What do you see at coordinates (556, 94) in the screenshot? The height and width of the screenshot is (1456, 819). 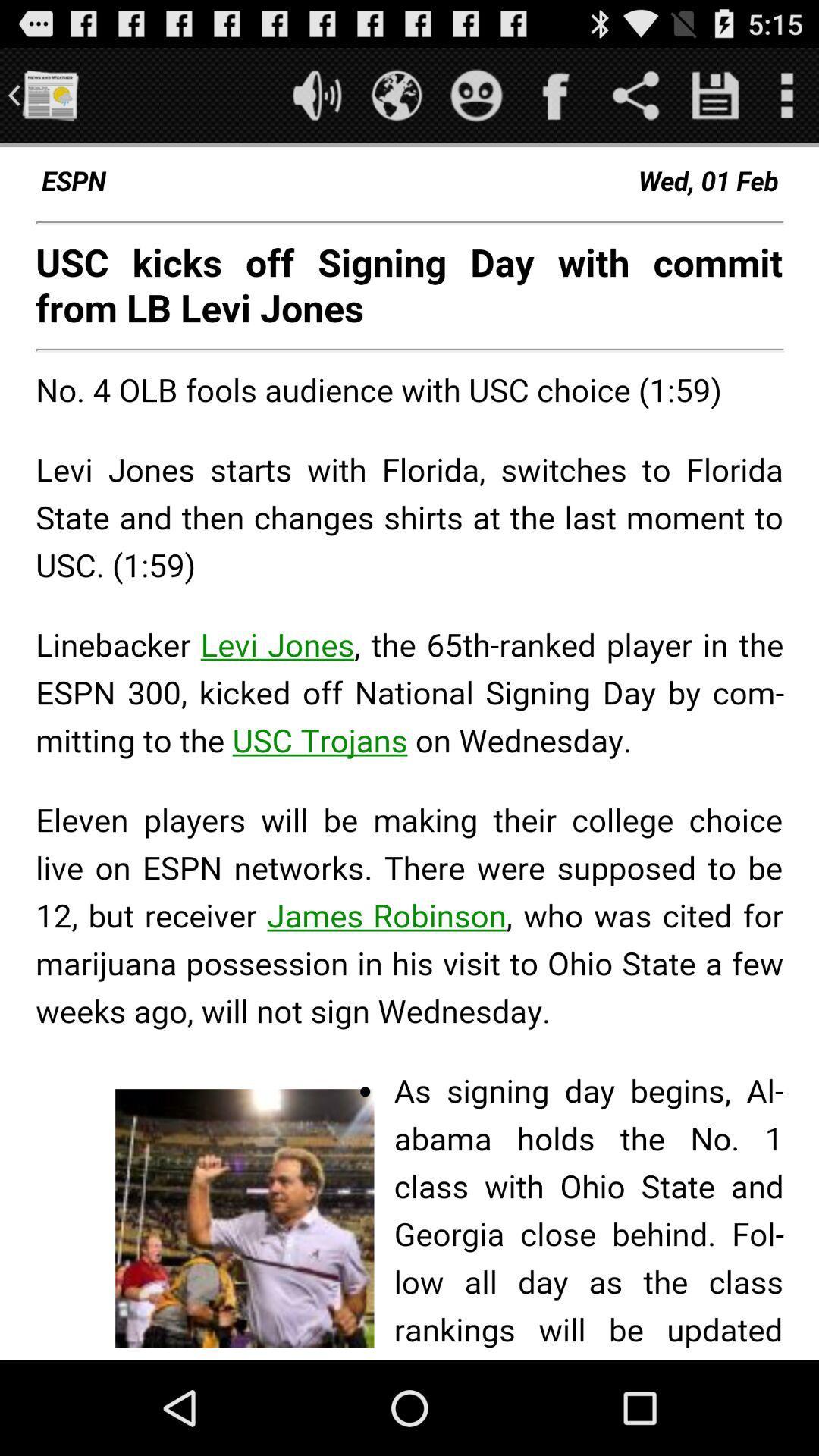 I see `share to facebook` at bounding box center [556, 94].